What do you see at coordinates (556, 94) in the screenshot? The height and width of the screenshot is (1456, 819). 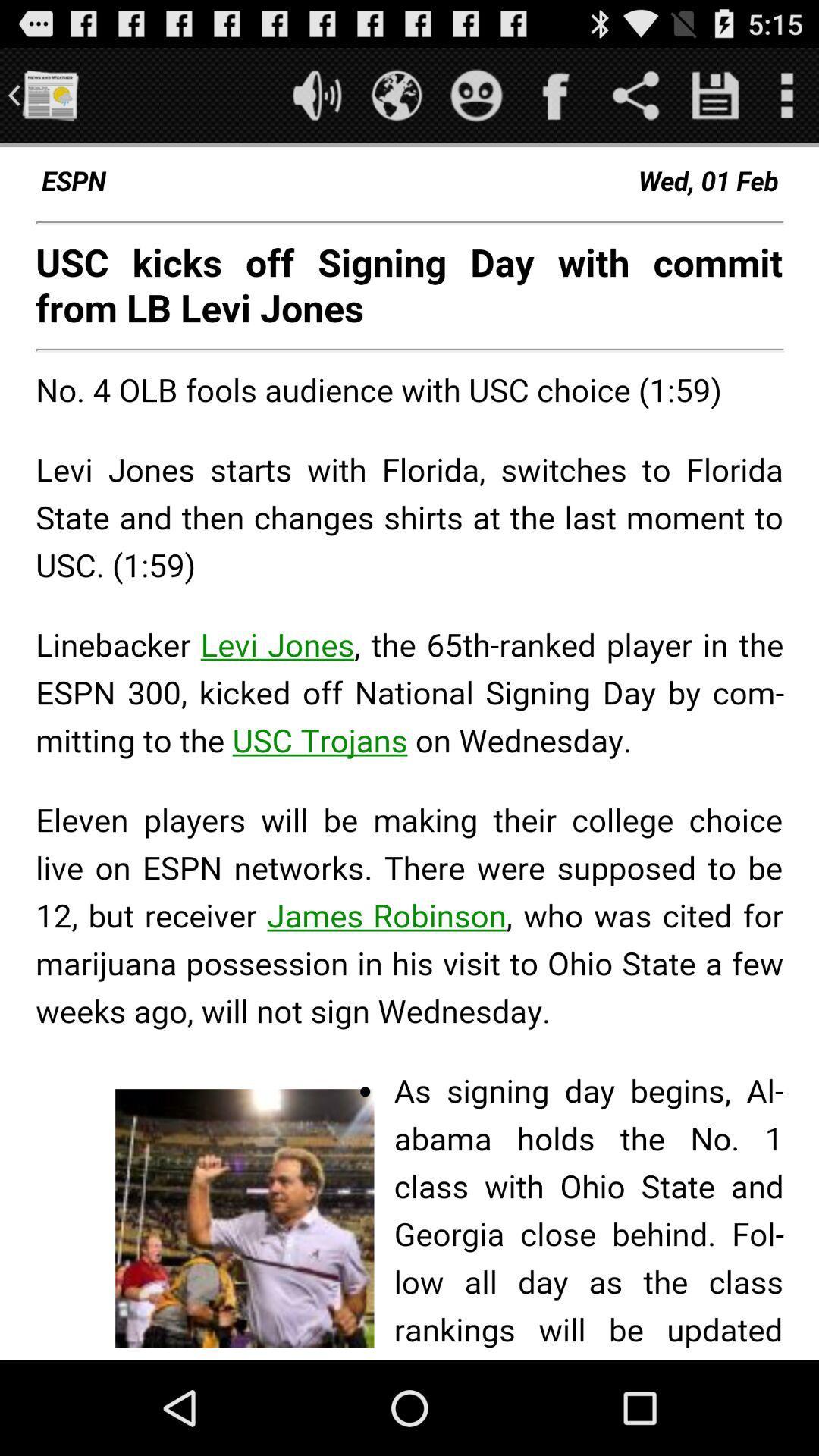 I see `share to facebook` at bounding box center [556, 94].